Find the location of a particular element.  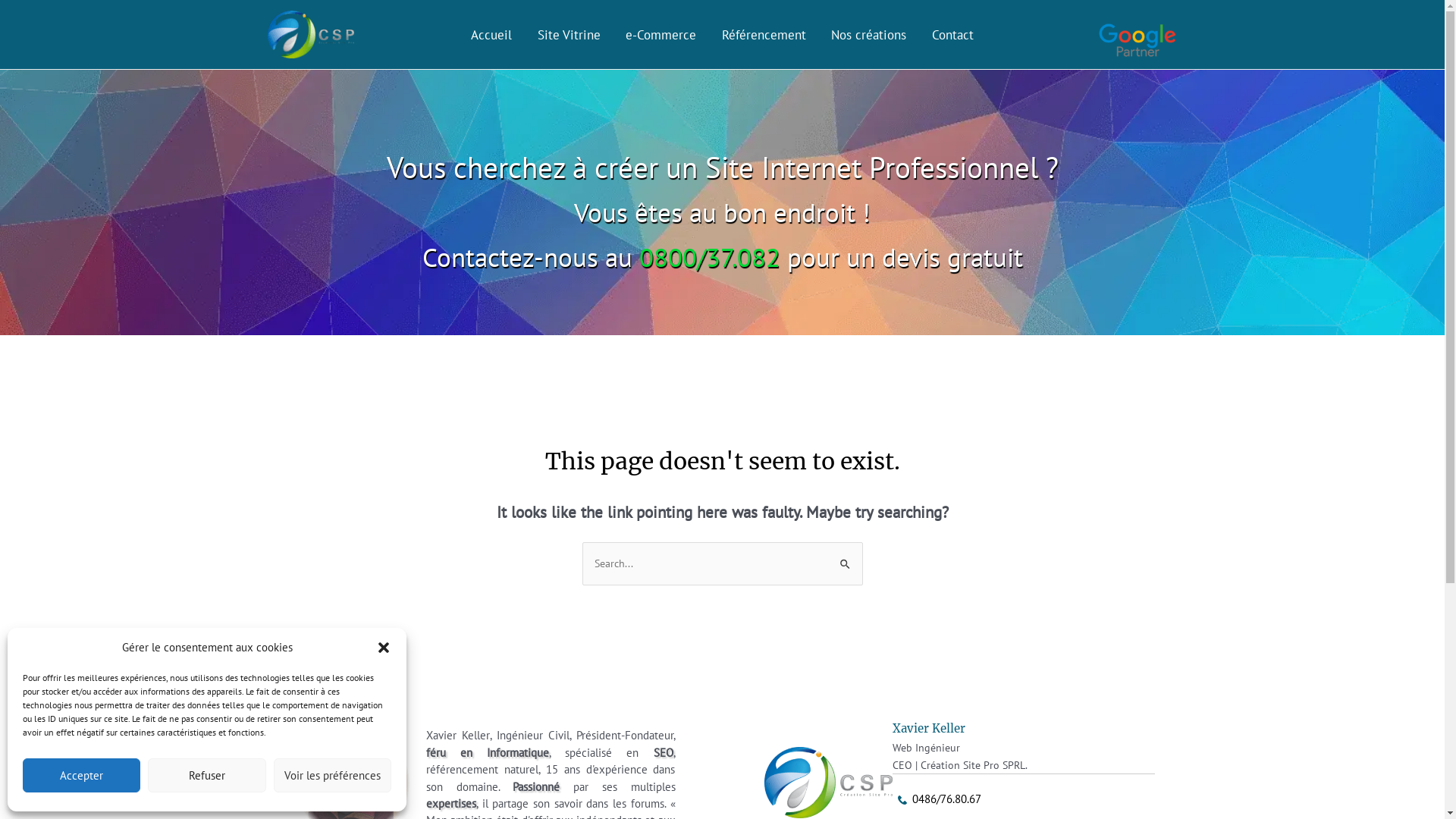

'Accueil' is located at coordinates (491, 34).